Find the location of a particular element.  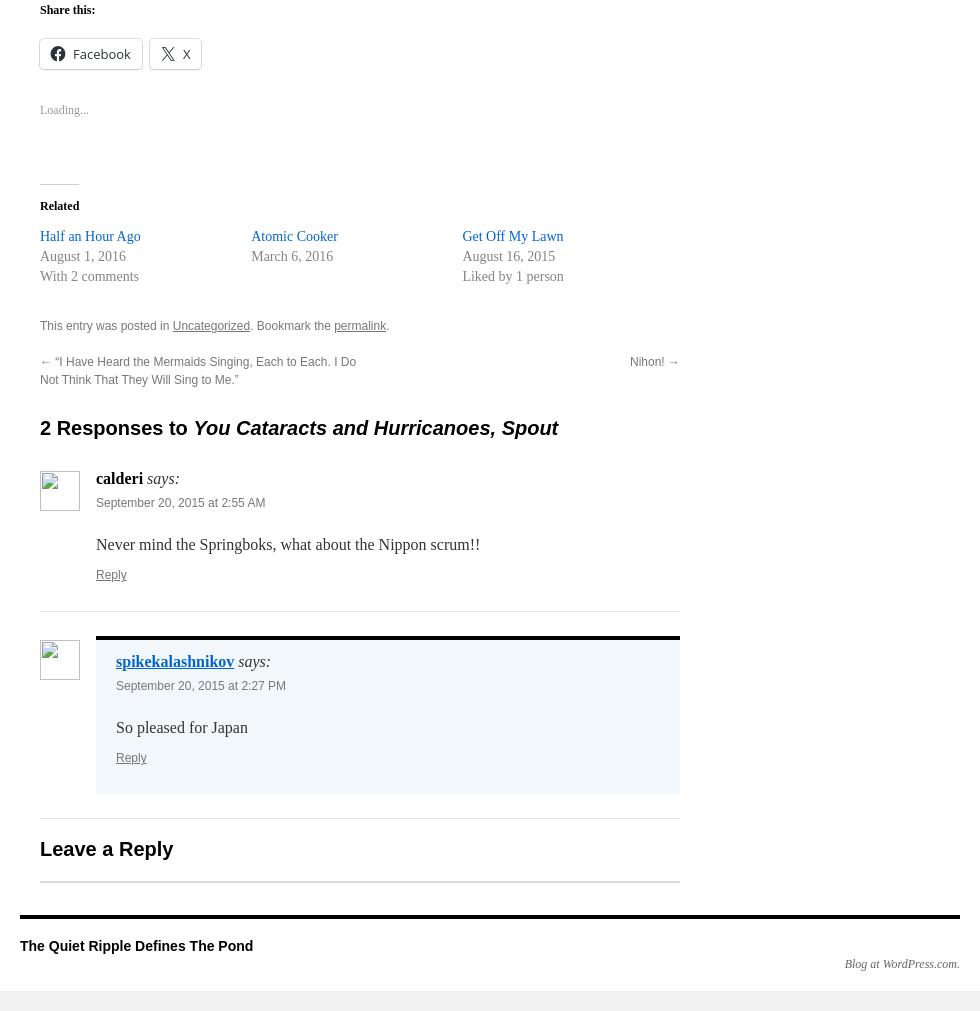

'“I Have Heard the Mermaids Singing, Each to Each.   I Do Not Think That They Will Sing to Me.”' is located at coordinates (197, 370).